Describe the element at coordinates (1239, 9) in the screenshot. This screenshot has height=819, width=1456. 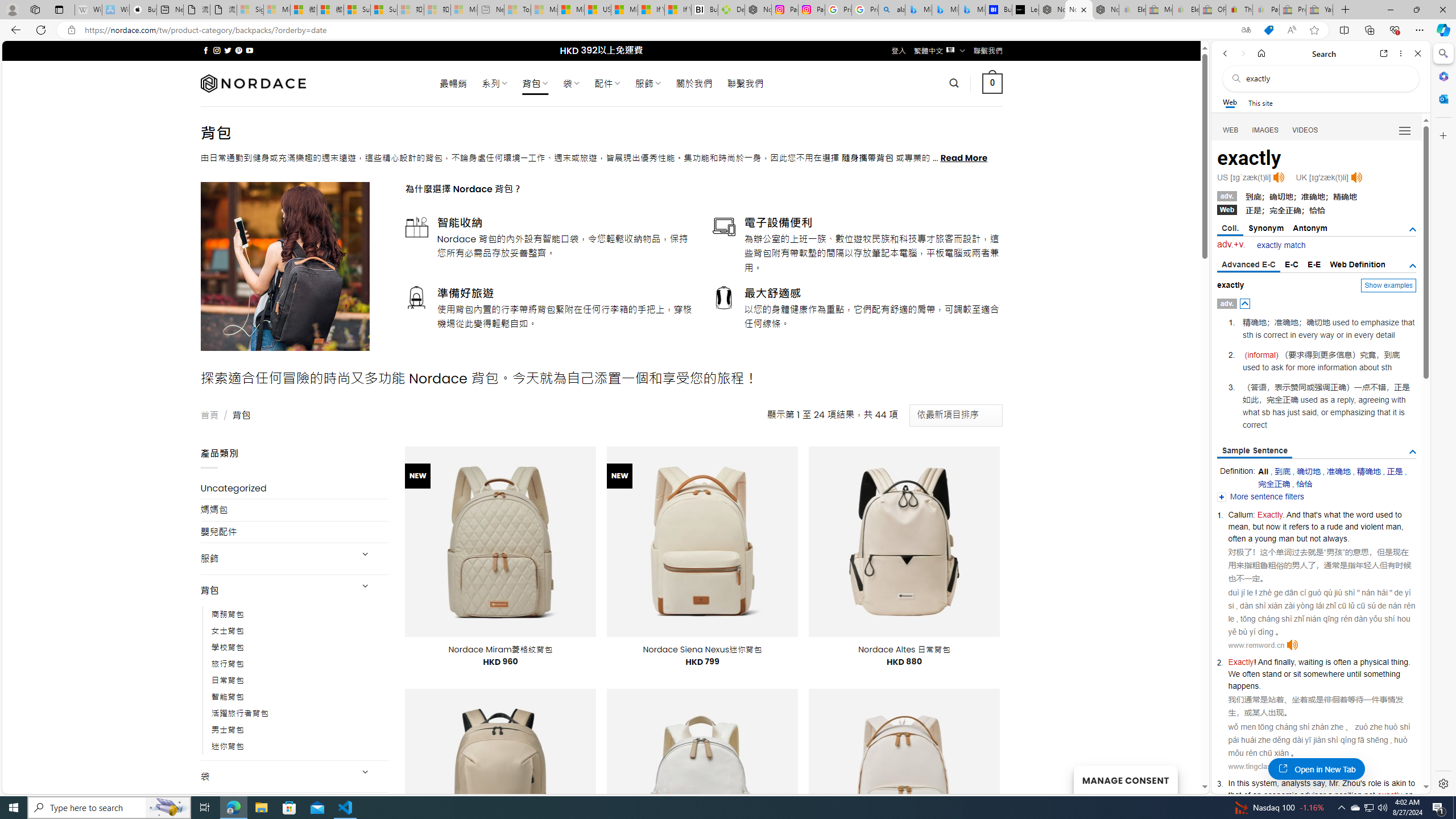
I see `'Threats and offensive language policy | eBay'` at that location.